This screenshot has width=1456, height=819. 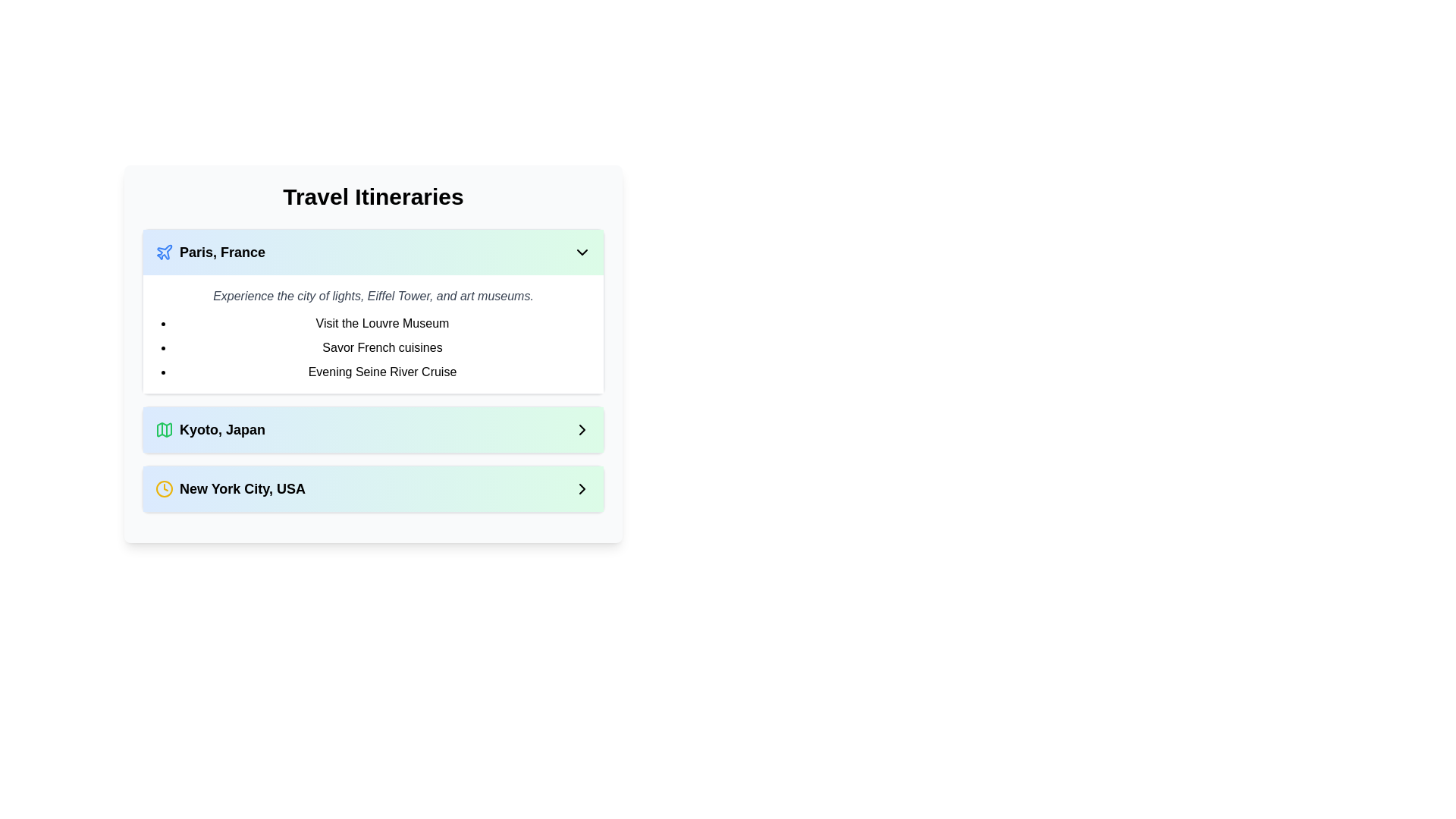 I want to click on the right-chevron icon located to the far-right end of the 'New York City, USA' row, so click(x=582, y=488).